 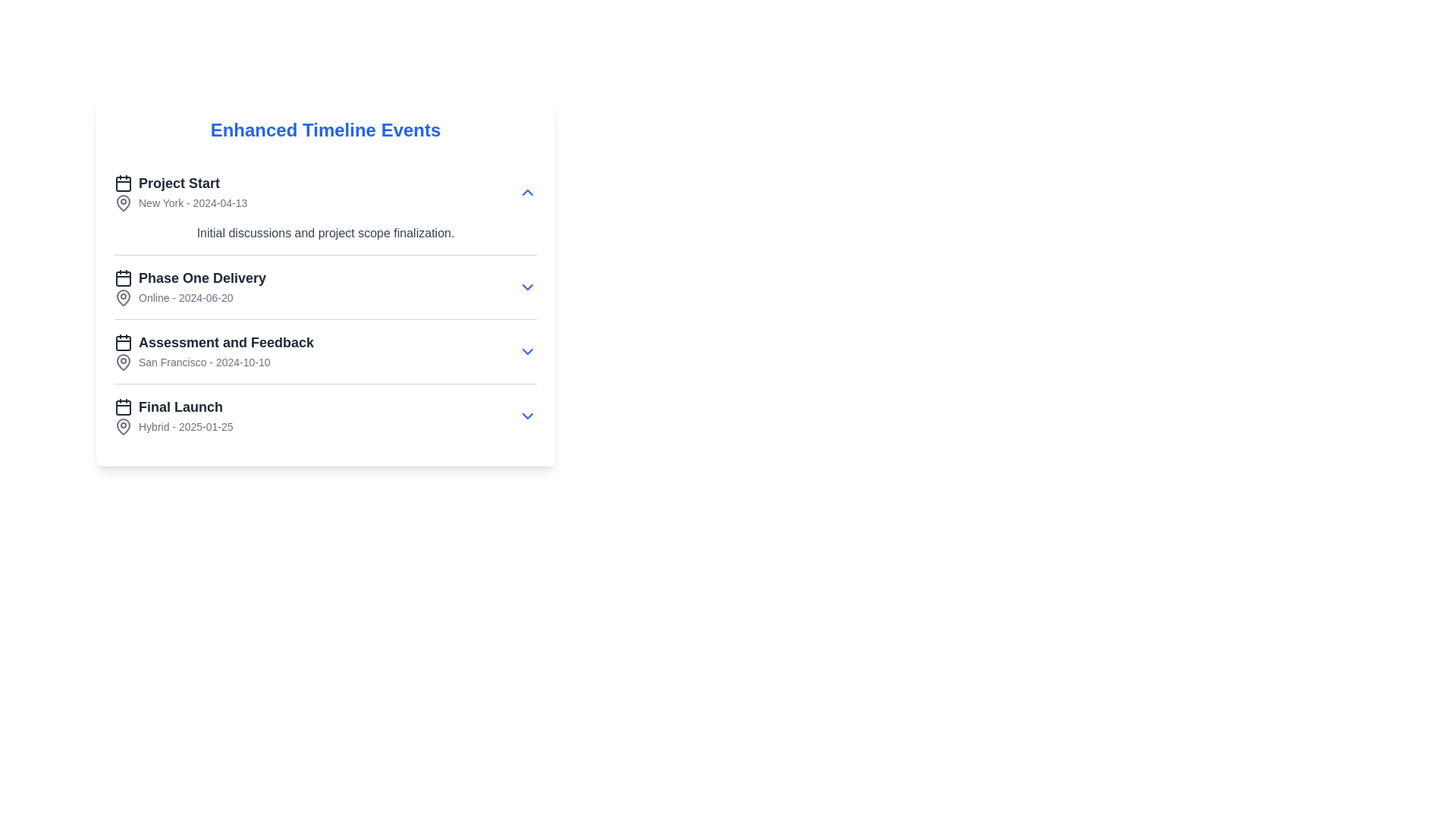 I want to click on the informational text element titled 'Project Start' that displays the subtitle 'New York - 2024-04-13', located at the top of the 'Enhanced Timeline Events' section, so click(x=180, y=192).